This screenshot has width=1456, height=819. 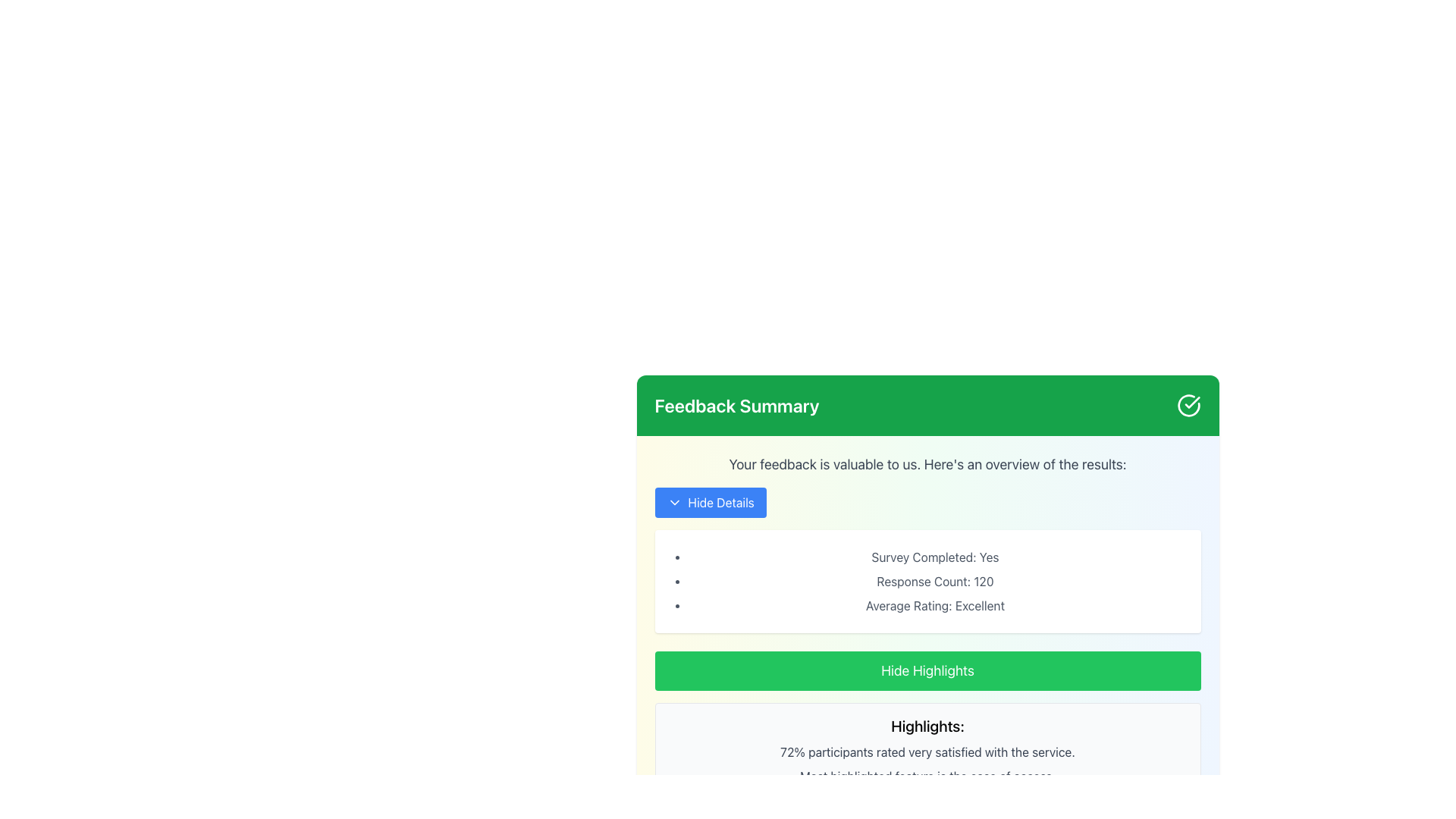 I want to click on introductory text element that provides context to the feedback summary section, positioned below the 'Feedback Summary' header and above the 'Hide Details' button, so click(x=927, y=464).